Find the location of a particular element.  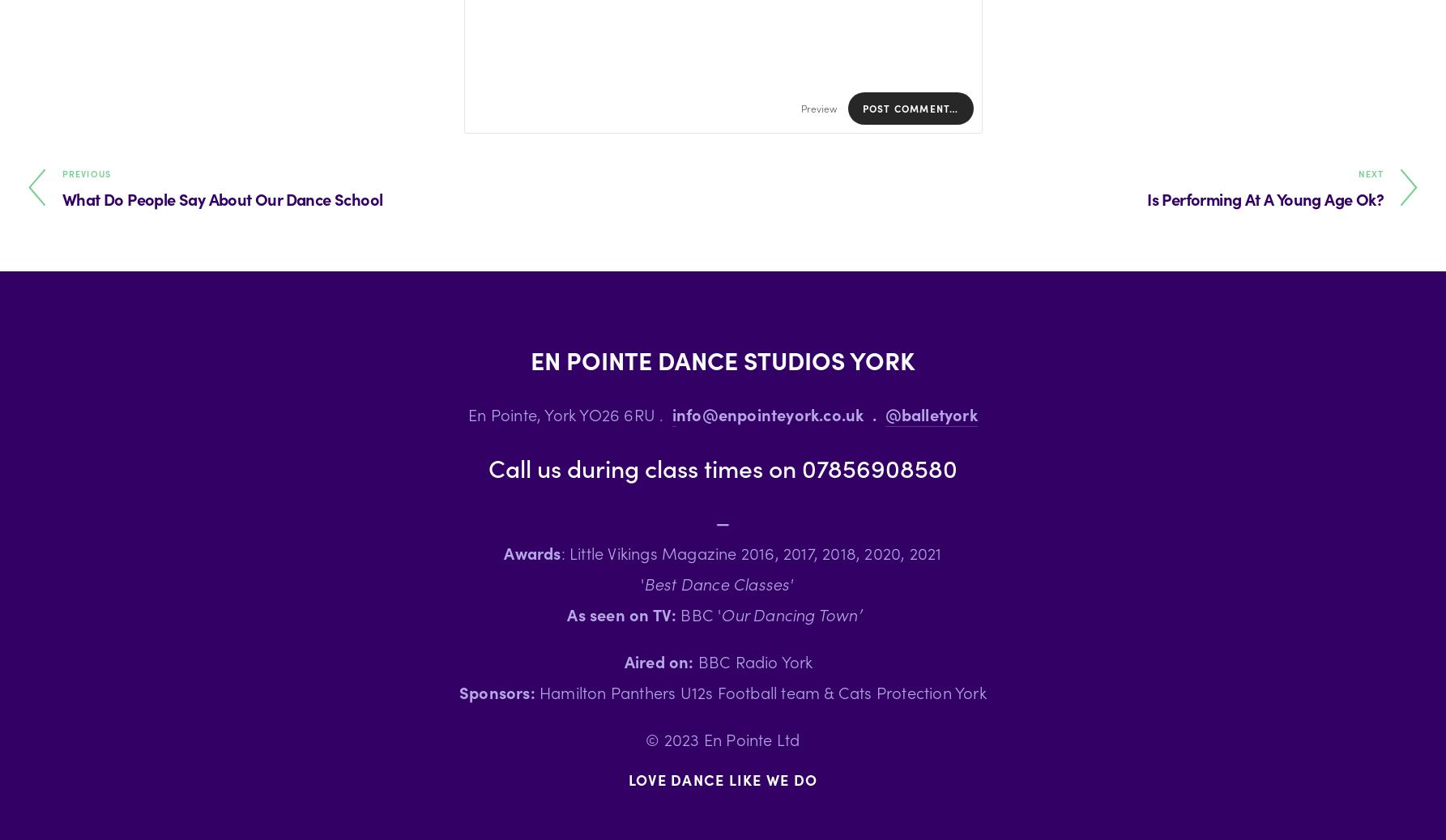

'What do people say about our dance school' is located at coordinates (62, 198).